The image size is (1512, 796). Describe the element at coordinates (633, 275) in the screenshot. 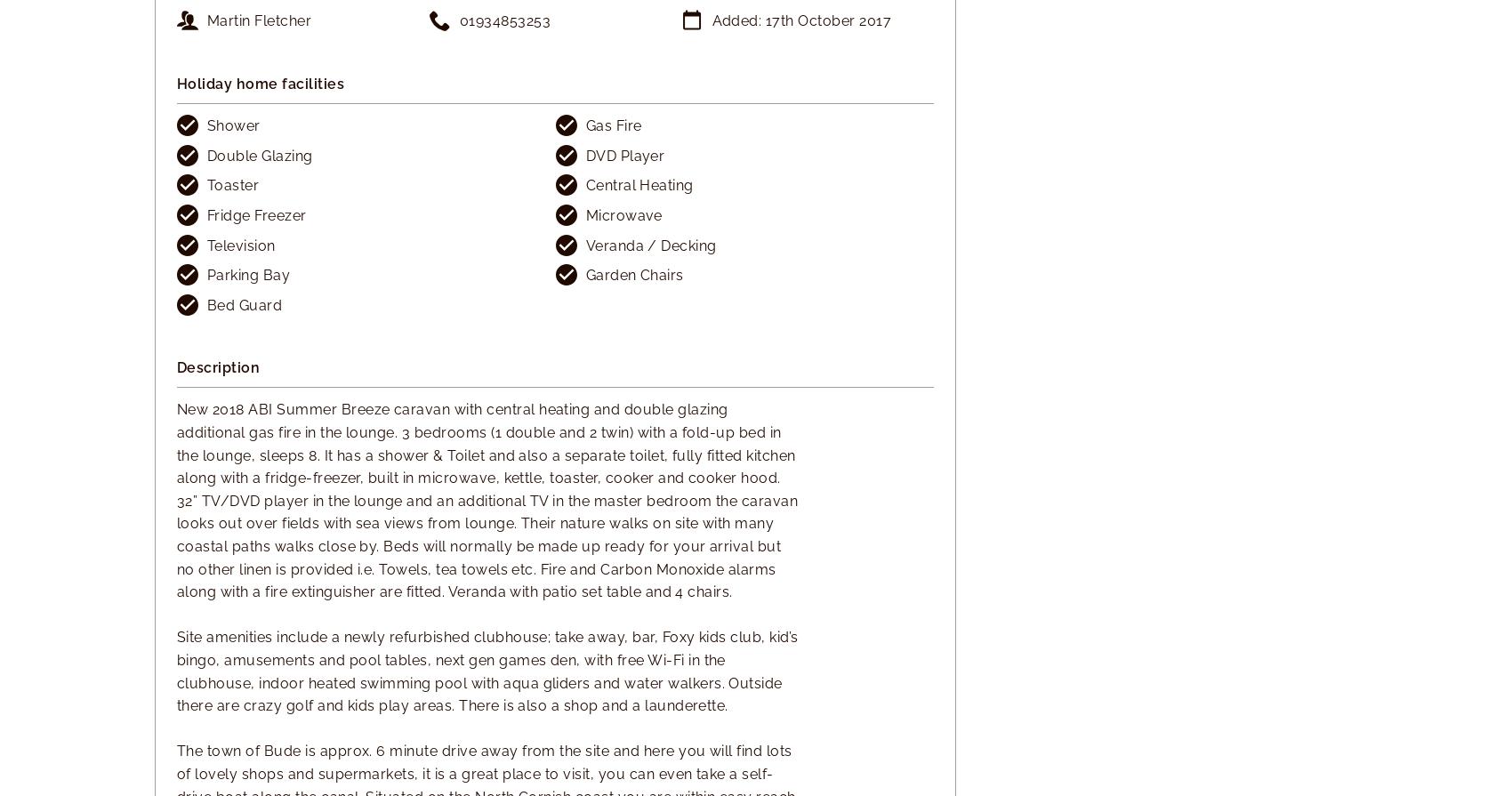

I see `'Garden Chairs'` at that location.